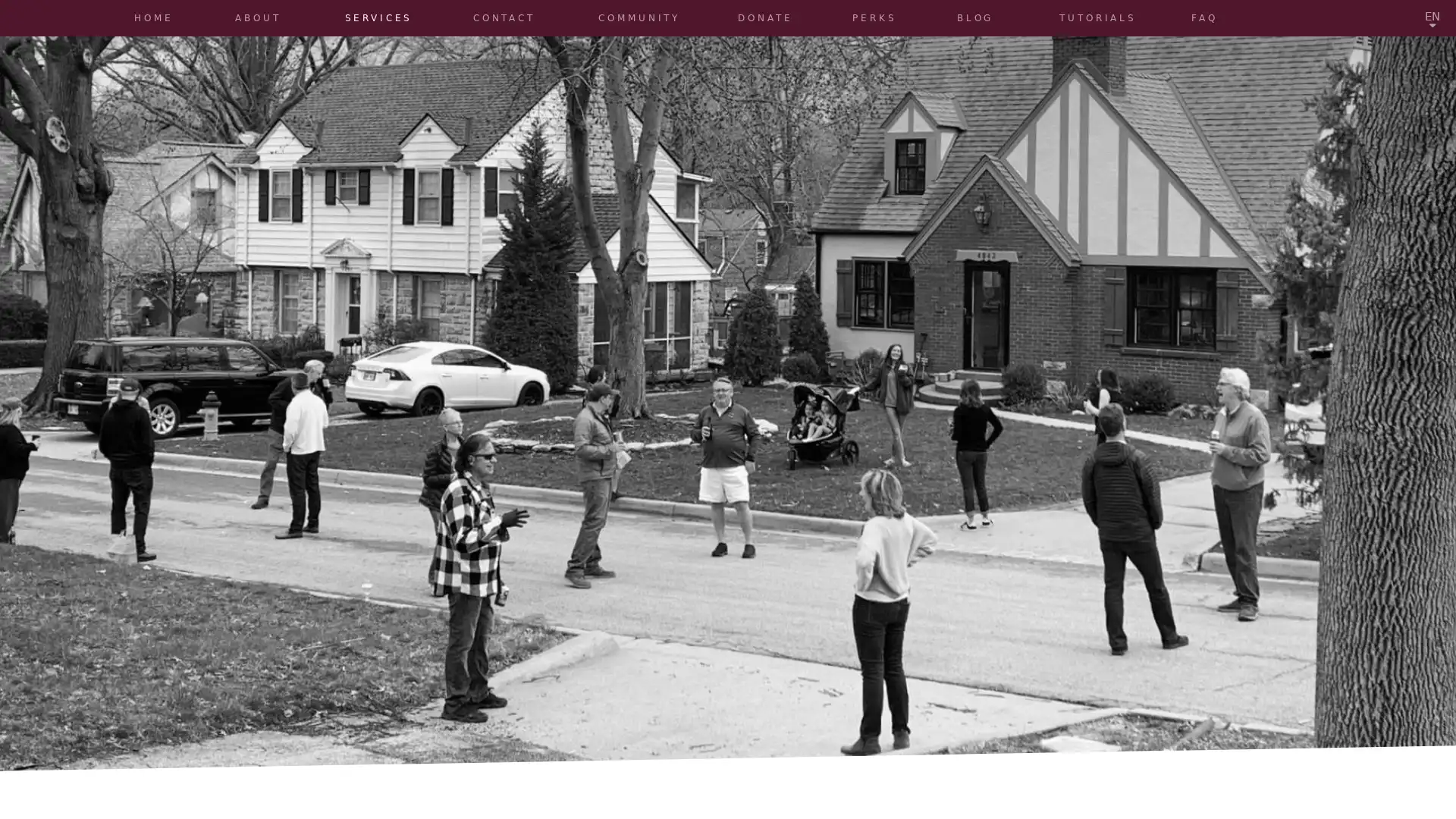 The image size is (1456, 819). I want to click on EN, so click(1432, 16).